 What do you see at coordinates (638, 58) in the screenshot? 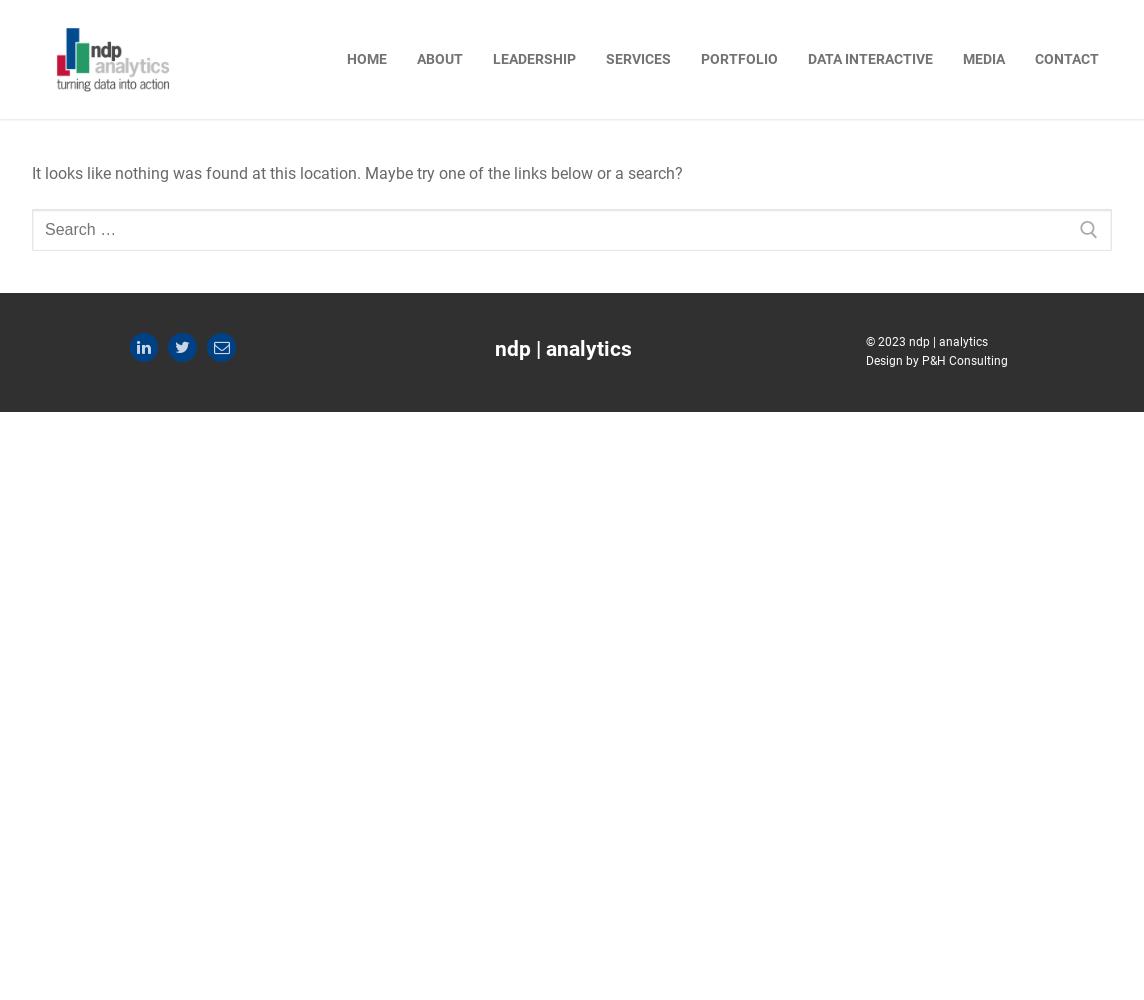
I see `'services'` at bounding box center [638, 58].